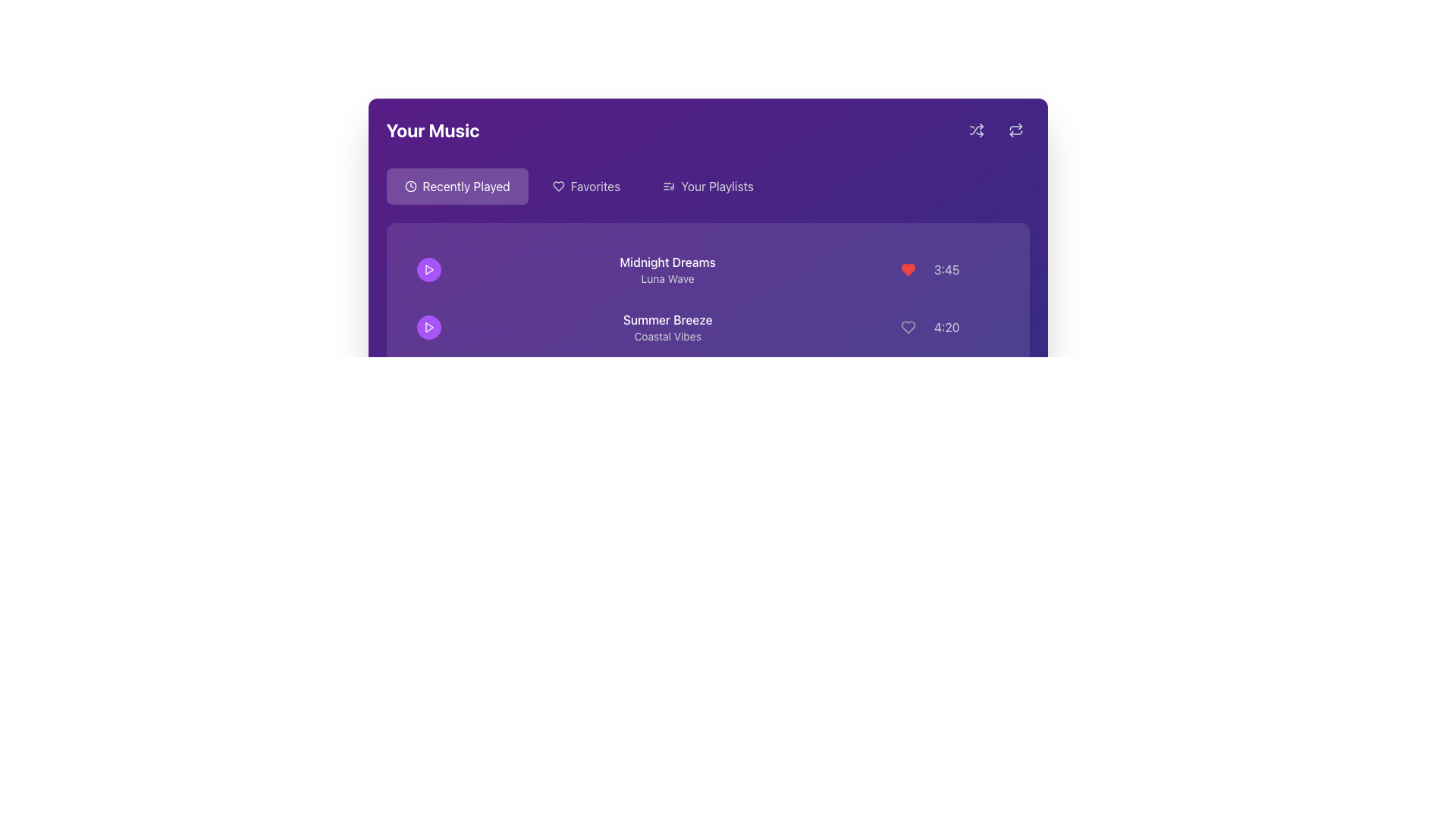 The width and height of the screenshot is (1456, 819). Describe the element at coordinates (708, 186) in the screenshot. I see `the 'Playlists' button` at that location.